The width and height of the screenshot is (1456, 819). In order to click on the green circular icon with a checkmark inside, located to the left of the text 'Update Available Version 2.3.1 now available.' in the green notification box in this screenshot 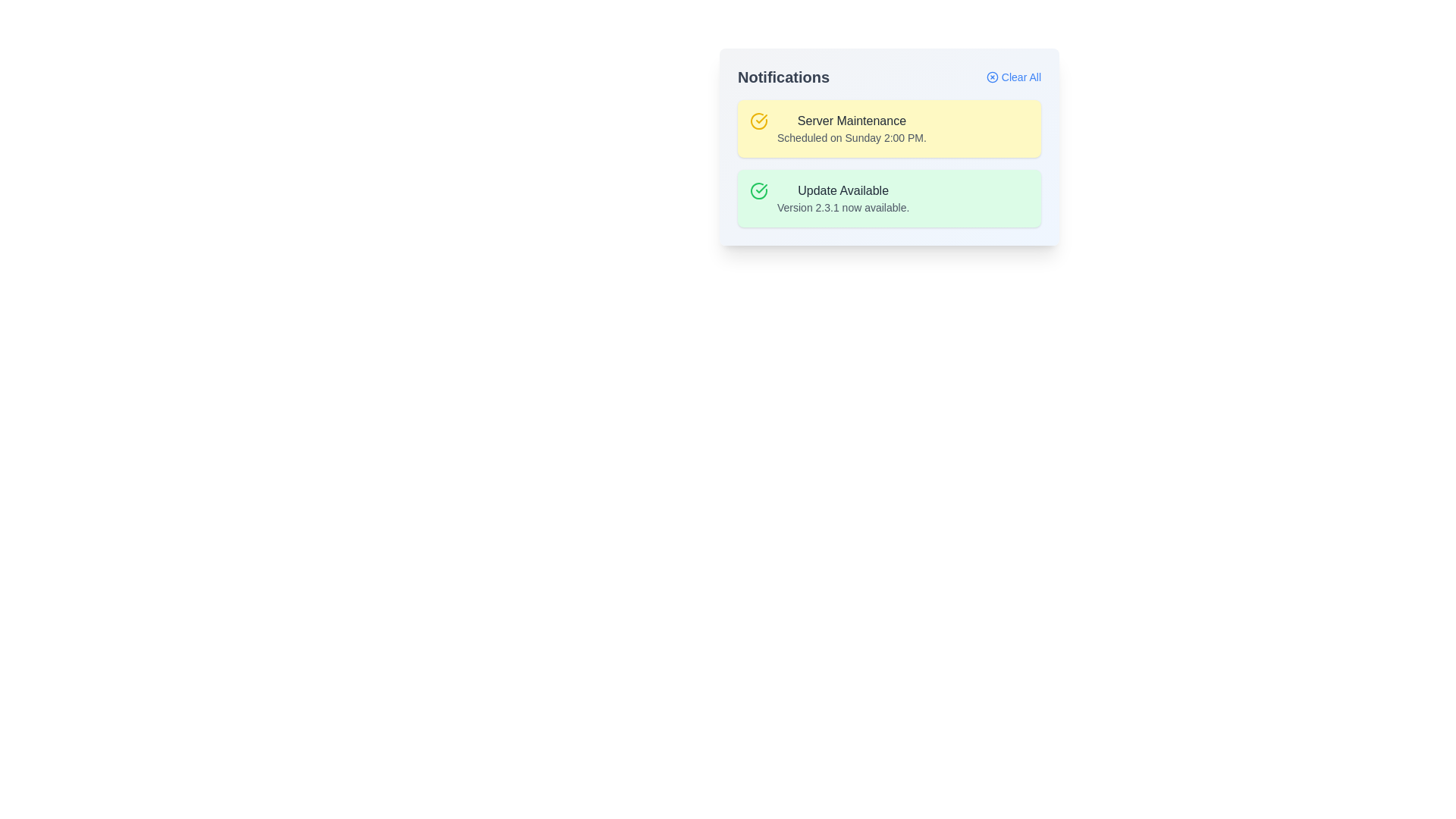, I will do `click(759, 190)`.